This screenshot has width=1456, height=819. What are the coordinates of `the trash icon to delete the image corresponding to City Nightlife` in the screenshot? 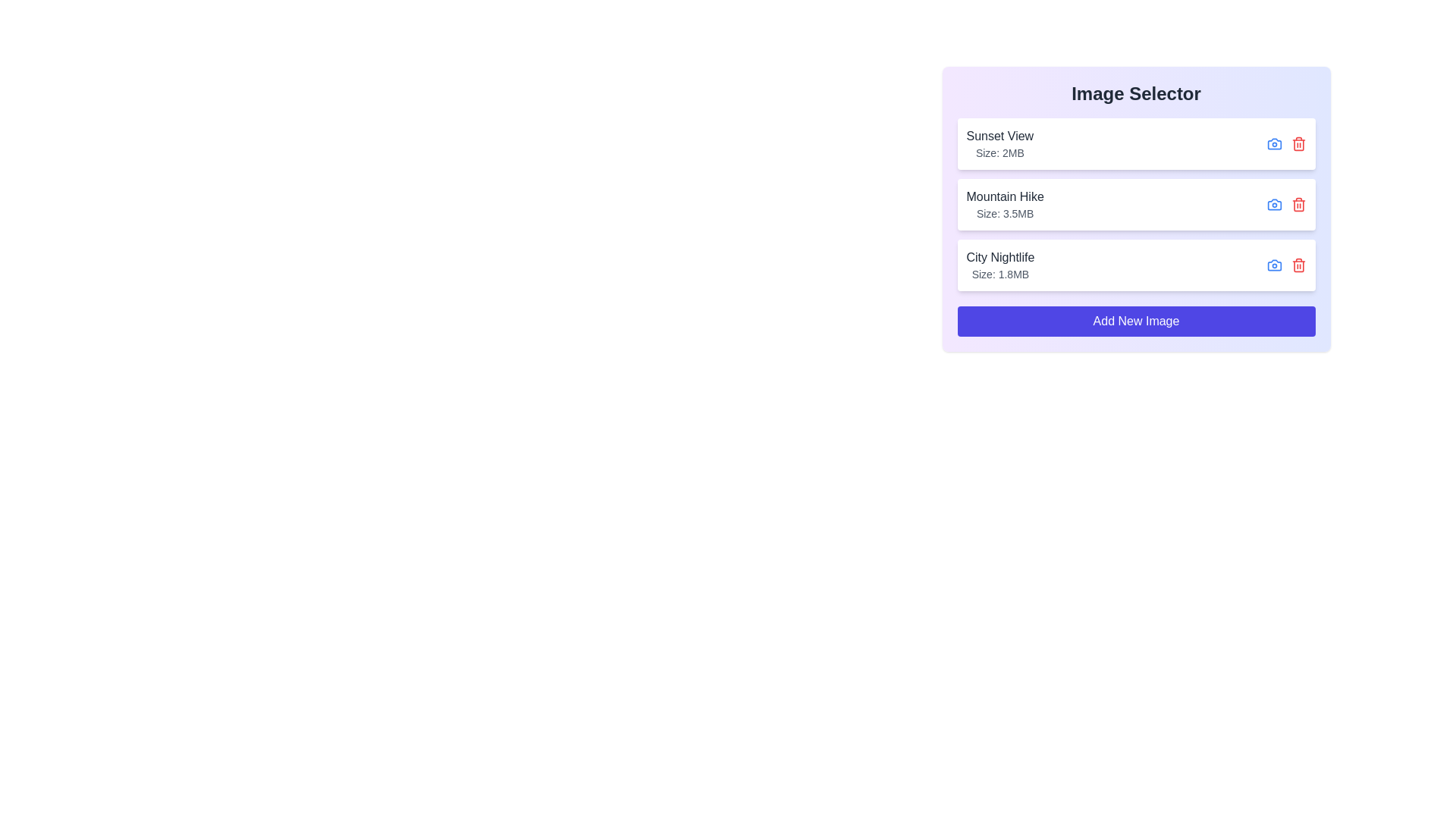 It's located at (1298, 265).